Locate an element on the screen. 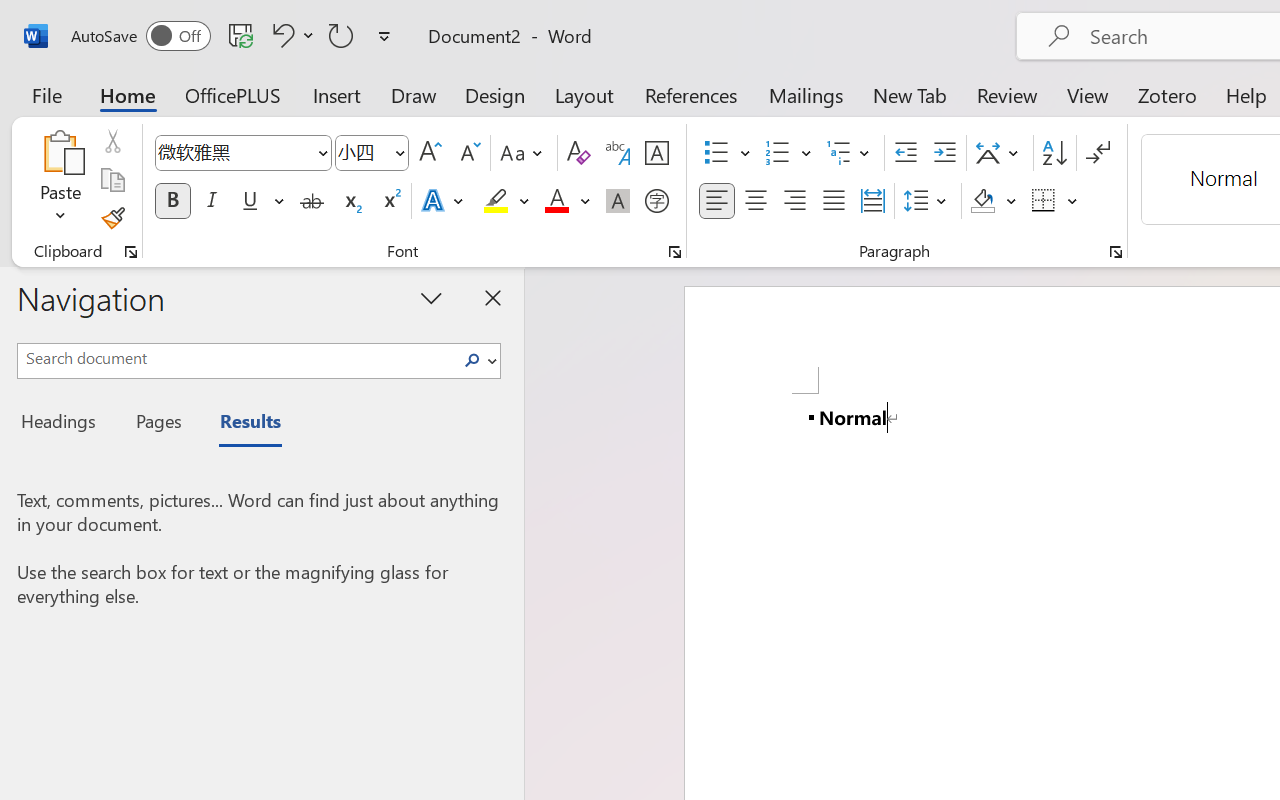 The height and width of the screenshot is (800, 1280). 'Borders' is located at coordinates (1043, 201).